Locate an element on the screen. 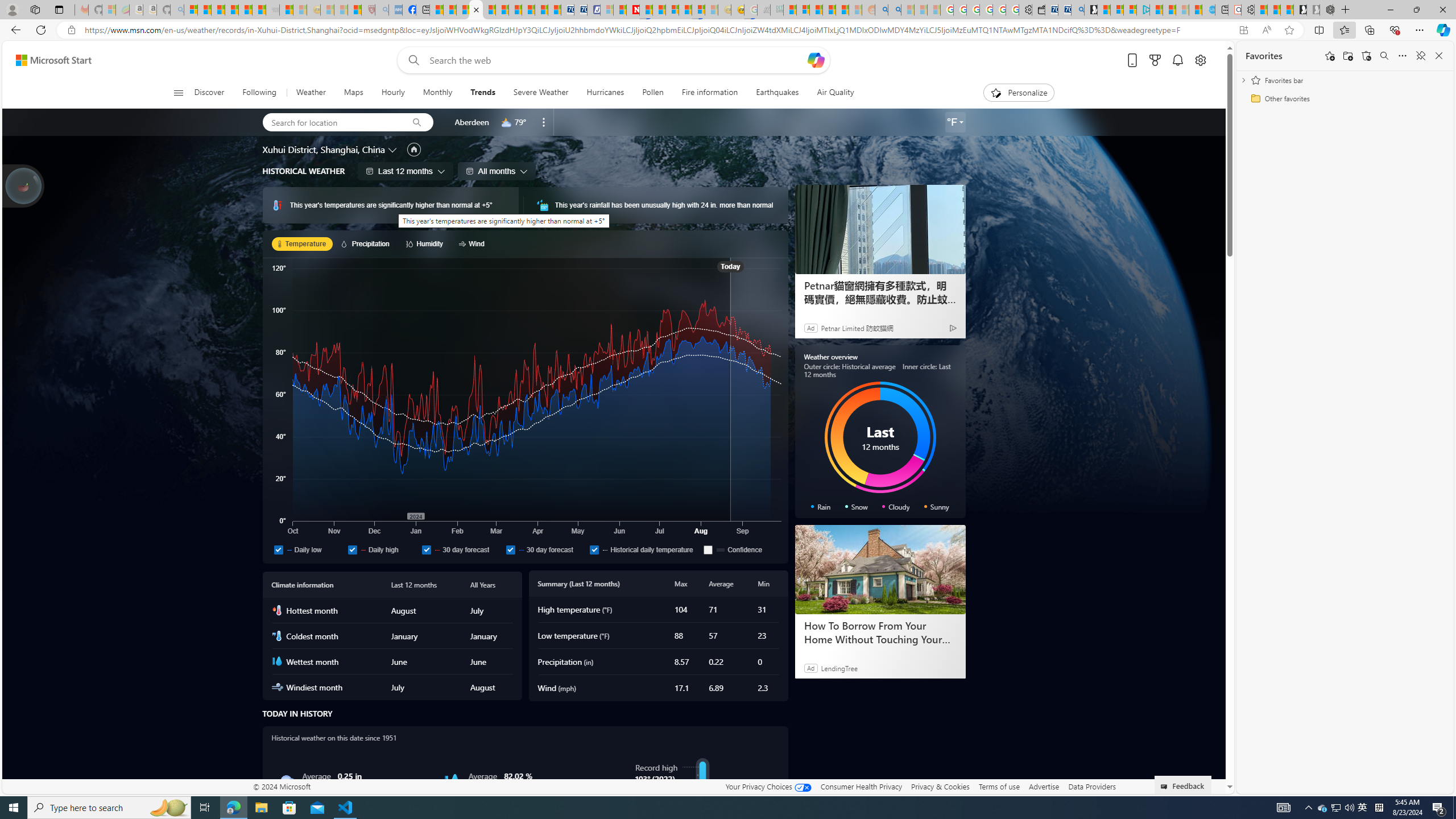 The image size is (1456, 819). 'Confidence' is located at coordinates (739, 549).